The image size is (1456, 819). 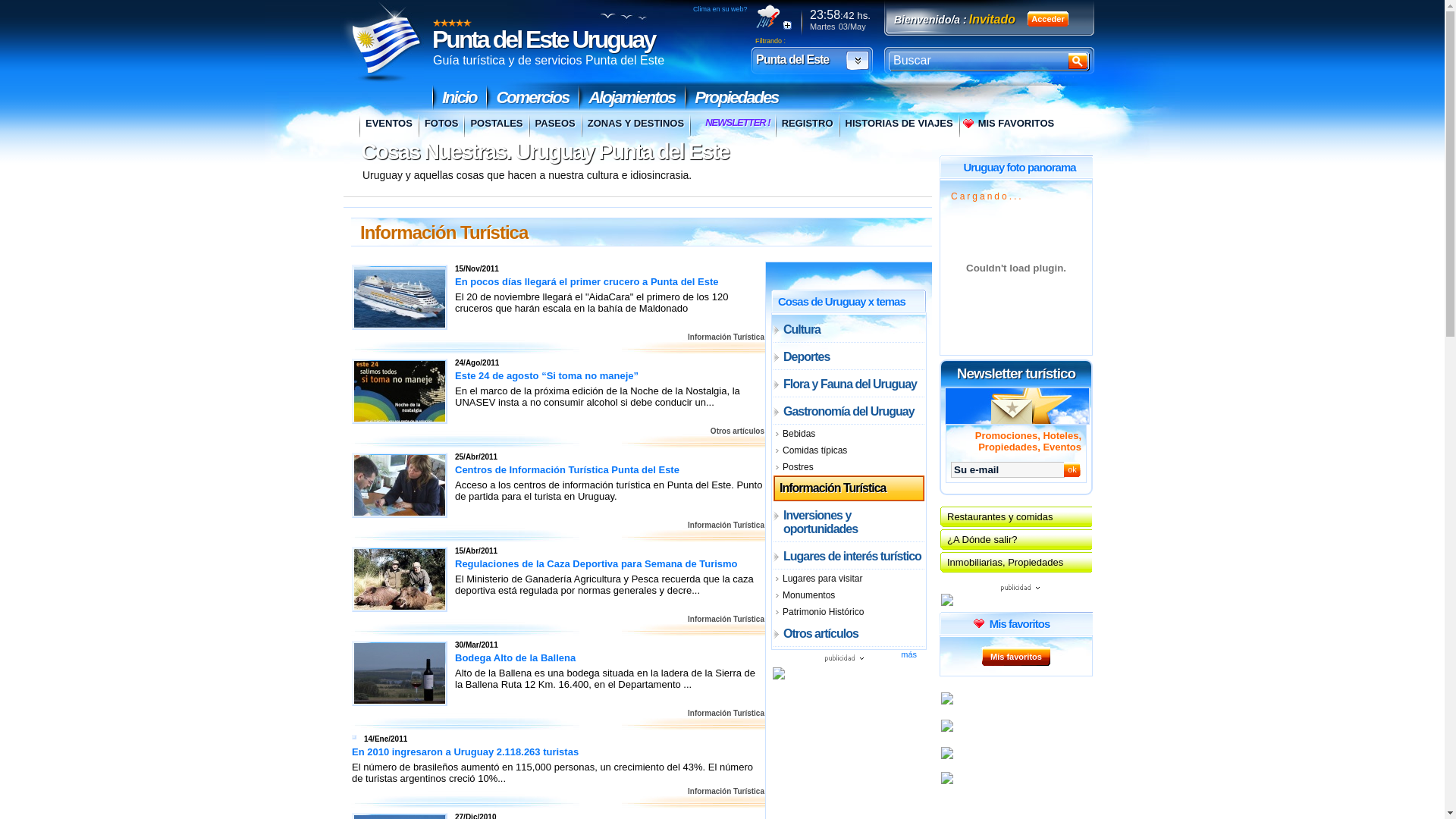 I want to click on 'NEWSLETTER !', so click(x=737, y=124).